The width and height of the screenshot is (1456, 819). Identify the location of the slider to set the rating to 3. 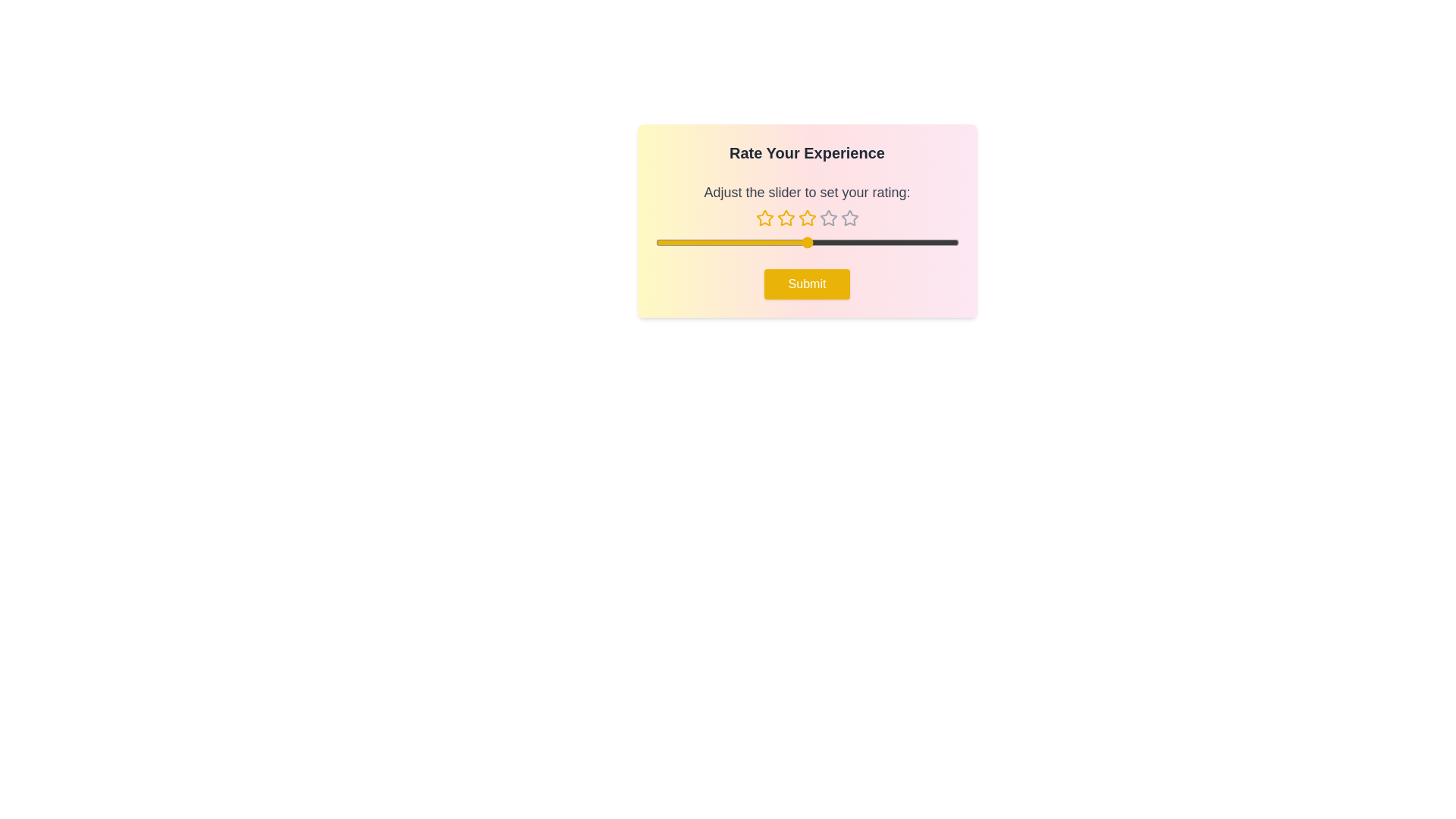
(806, 242).